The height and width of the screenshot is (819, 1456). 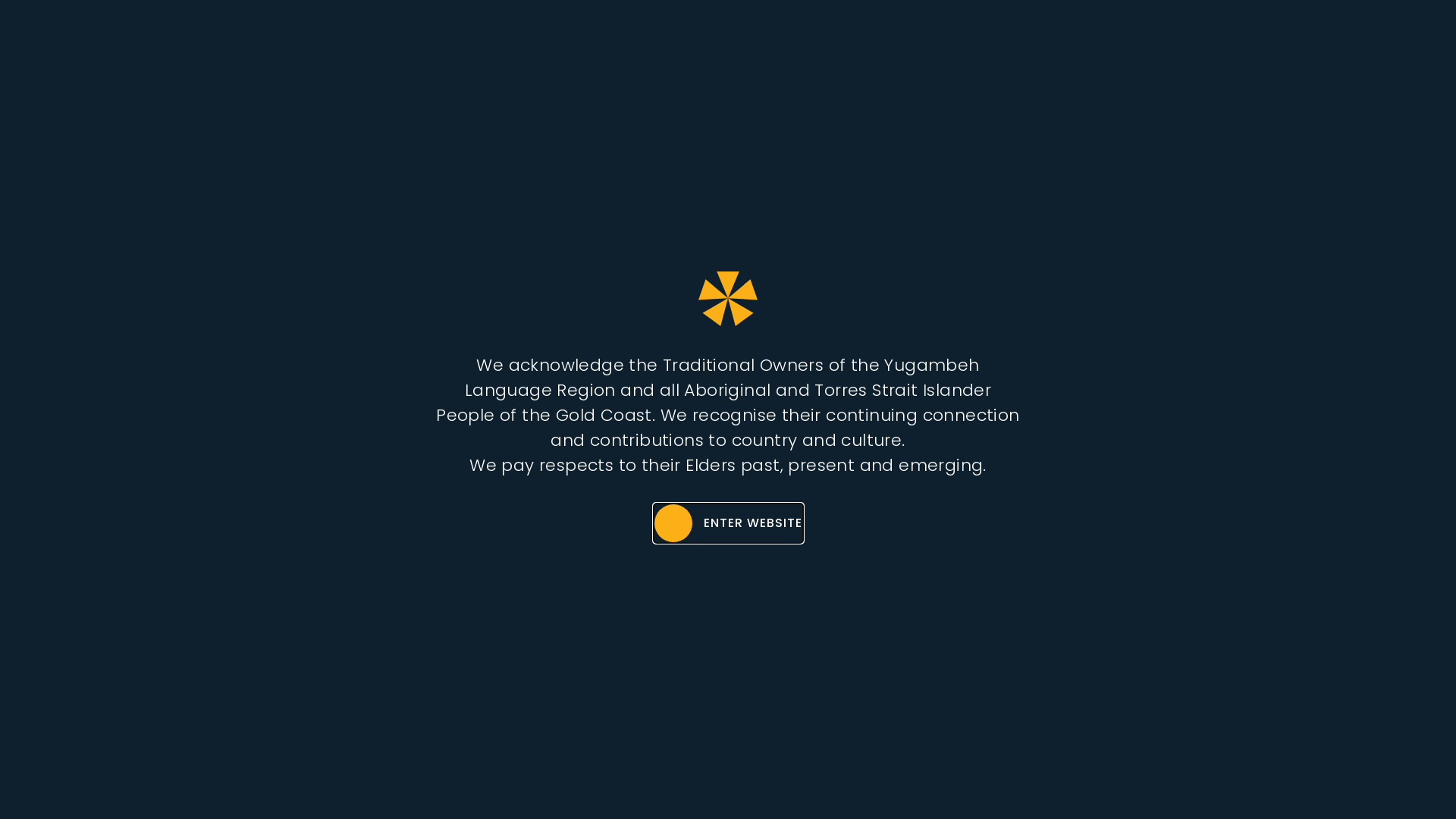 What do you see at coordinates (1153, 43) in the screenshot?
I see `'Get in touch'` at bounding box center [1153, 43].